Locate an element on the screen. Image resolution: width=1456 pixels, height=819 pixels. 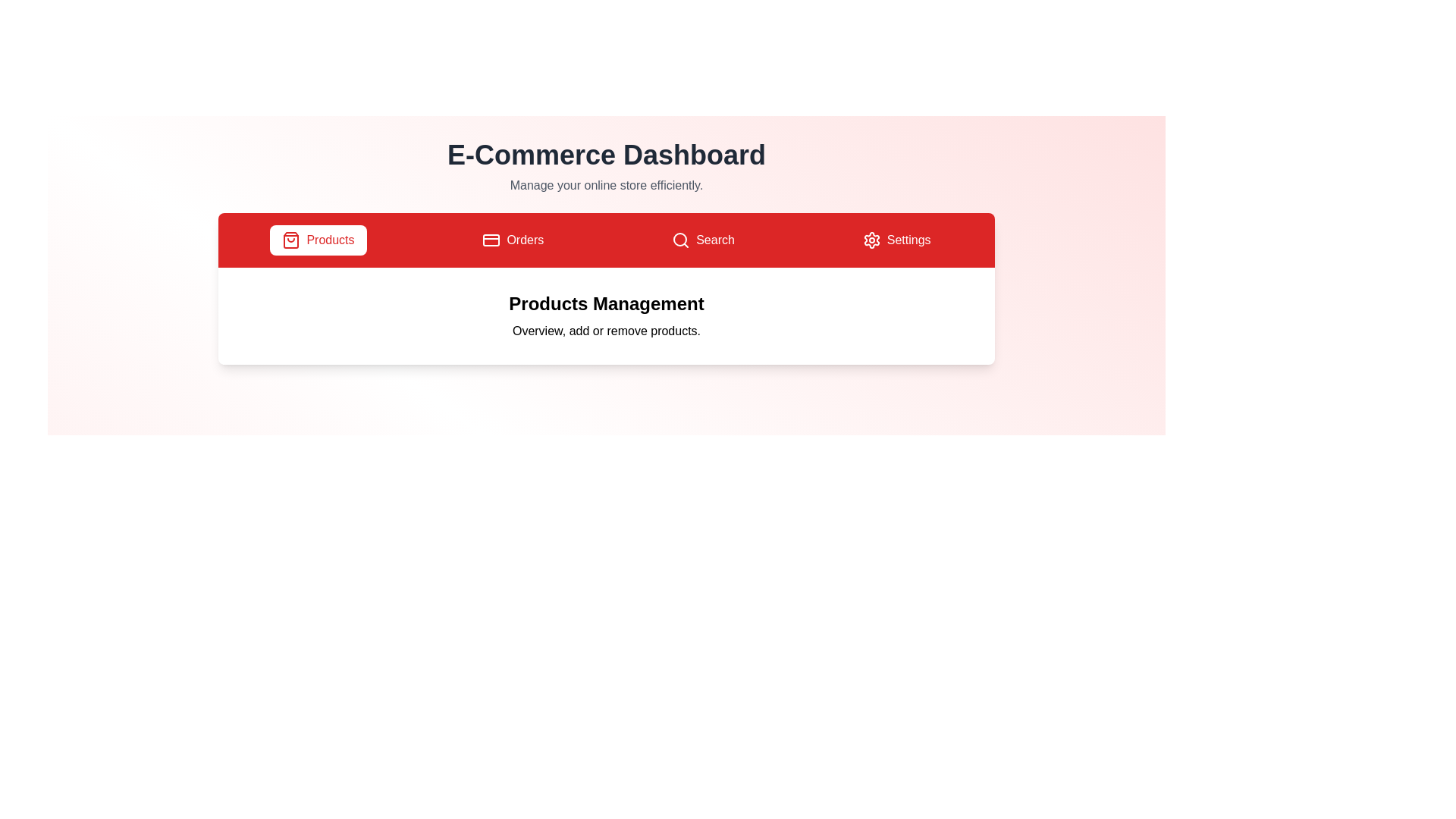
the red rounded rectangle element located inside the 'credit card' icon, positioned underneath the 'Products' label in the navigation bar is located at coordinates (491, 239).